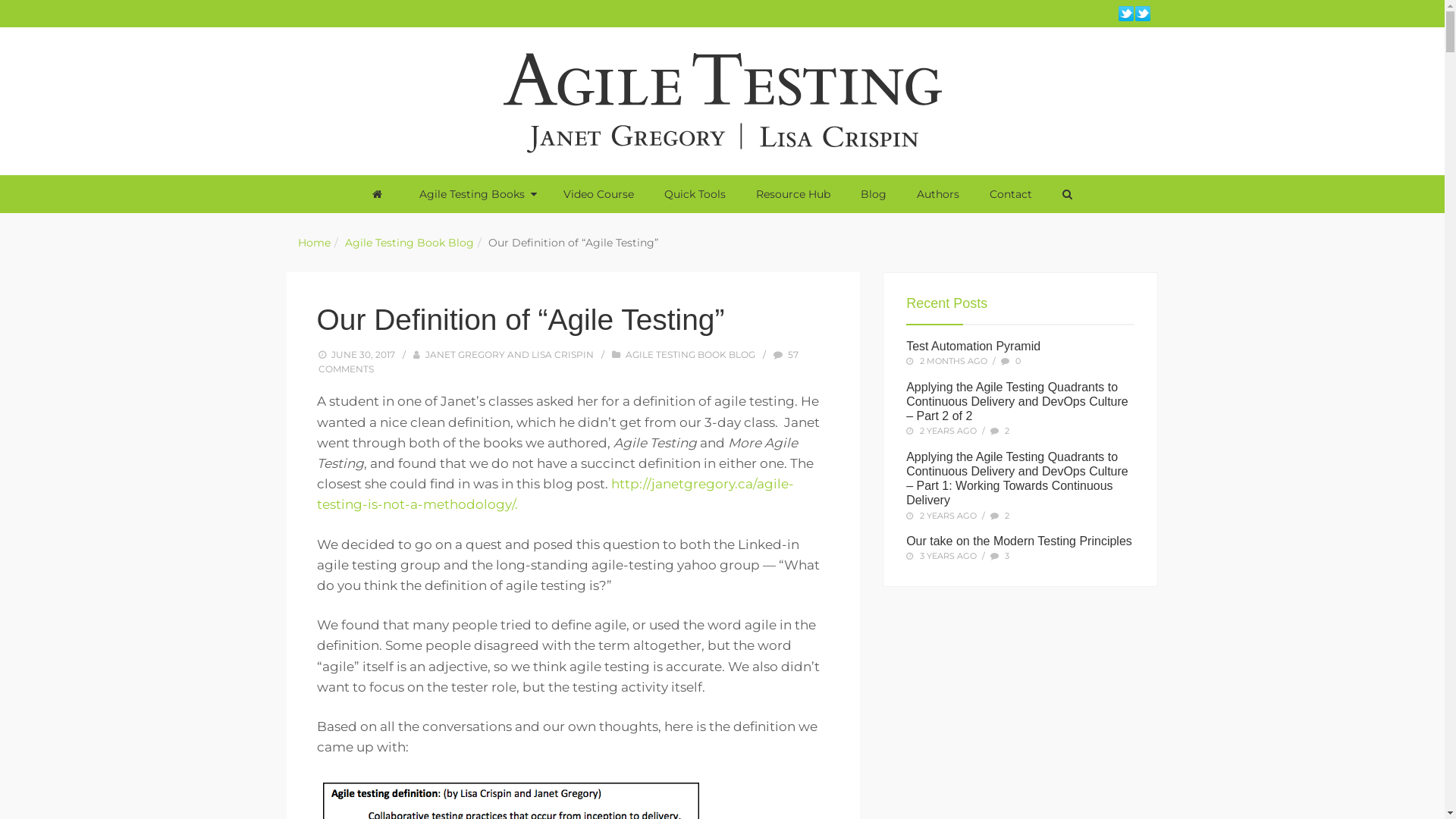 The width and height of the screenshot is (1456, 819). What do you see at coordinates (1007, 430) in the screenshot?
I see `'2'` at bounding box center [1007, 430].